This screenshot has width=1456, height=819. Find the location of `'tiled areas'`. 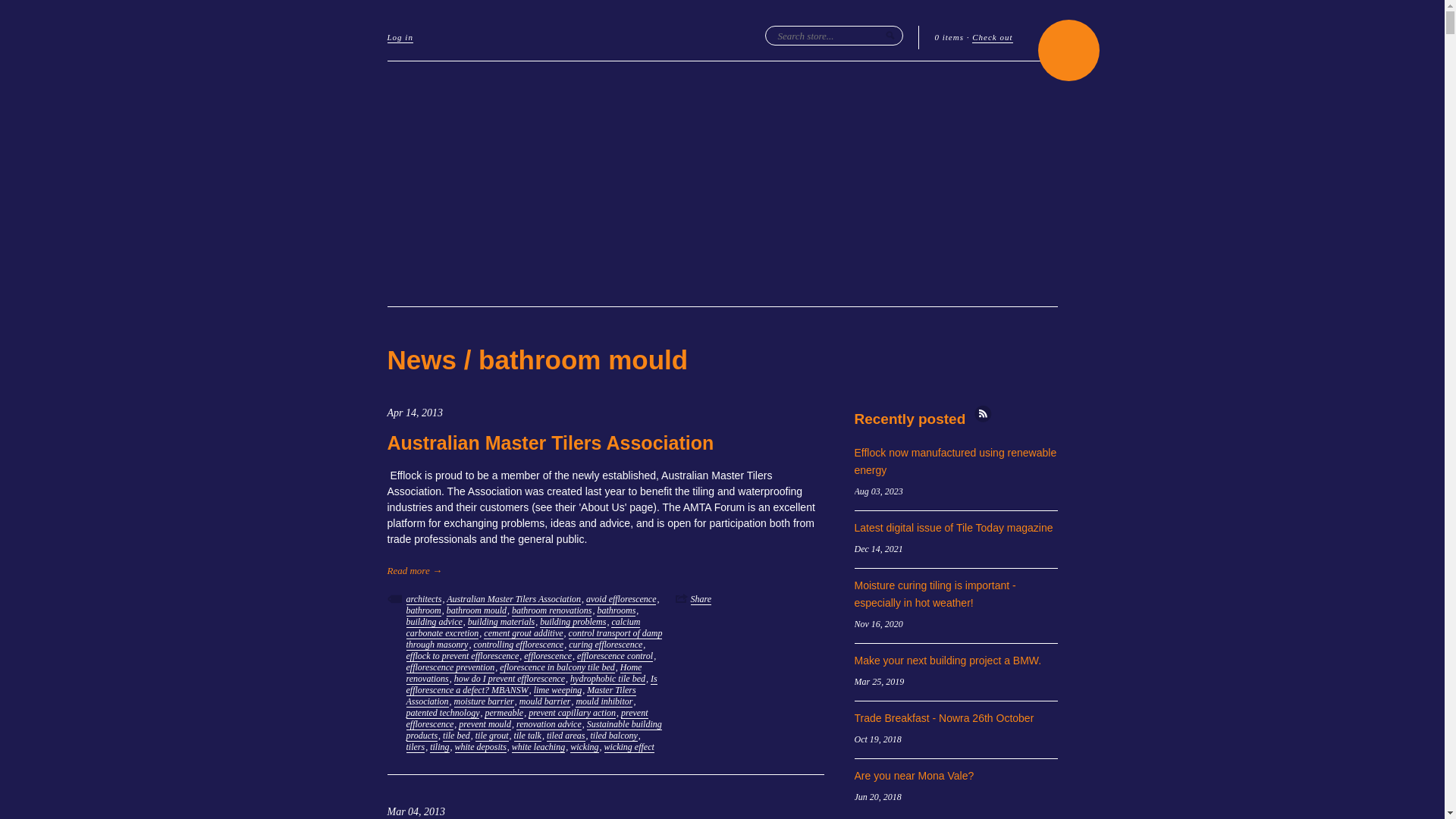

'tiled areas' is located at coordinates (546, 735).